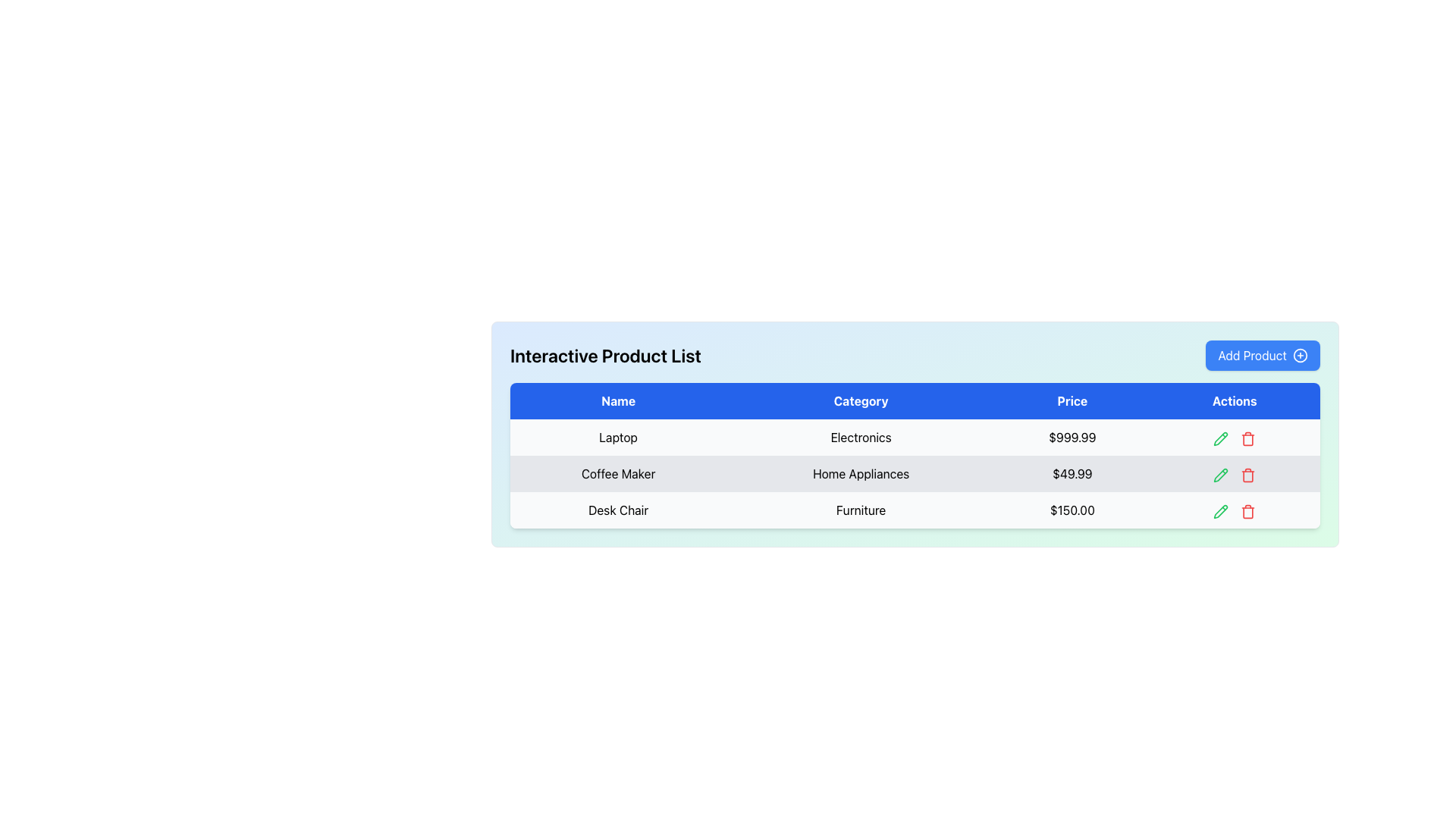 The height and width of the screenshot is (819, 1456). Describe the element at coordinates (1248, 511) in the screenshot. I see `the deletion icon button located` at that location.